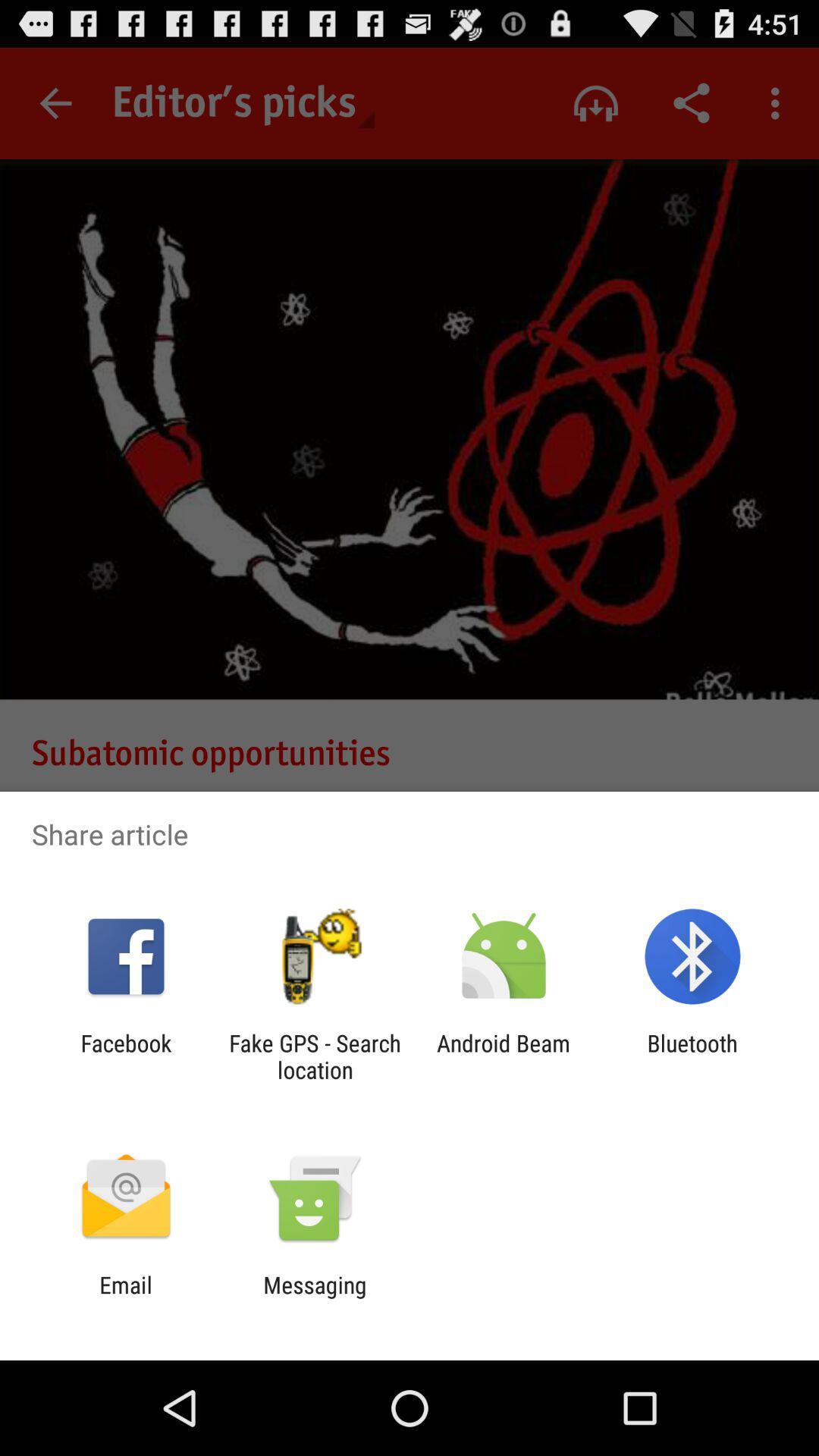 This screenshot has height=1456, width=819. What do you see at coordinates (314, 1056) in the screenshot?
I see `the item to the right of facebook` at bounding box center [314, 1056].